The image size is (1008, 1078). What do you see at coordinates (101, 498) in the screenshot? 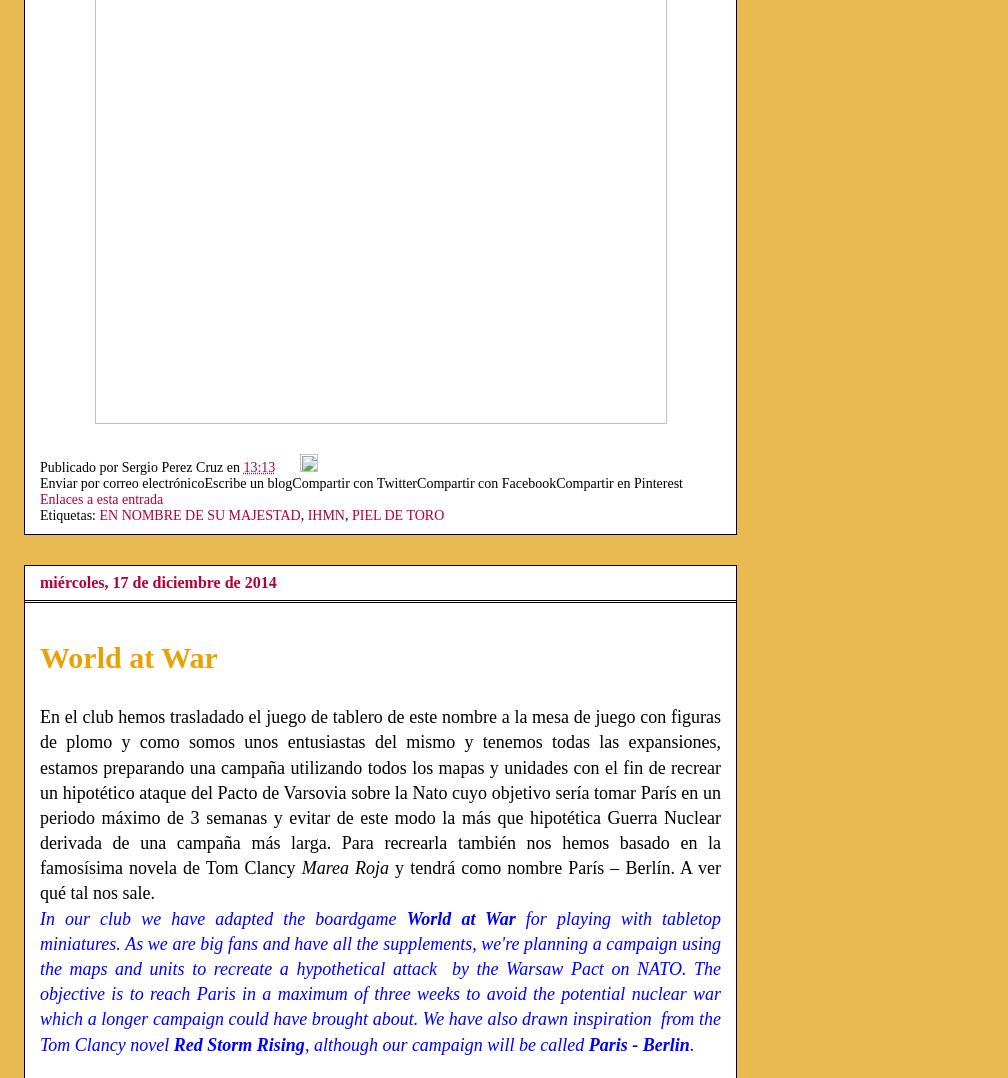
I see `'Enlaces a esta entrada'` at bounding box center [101, 498].